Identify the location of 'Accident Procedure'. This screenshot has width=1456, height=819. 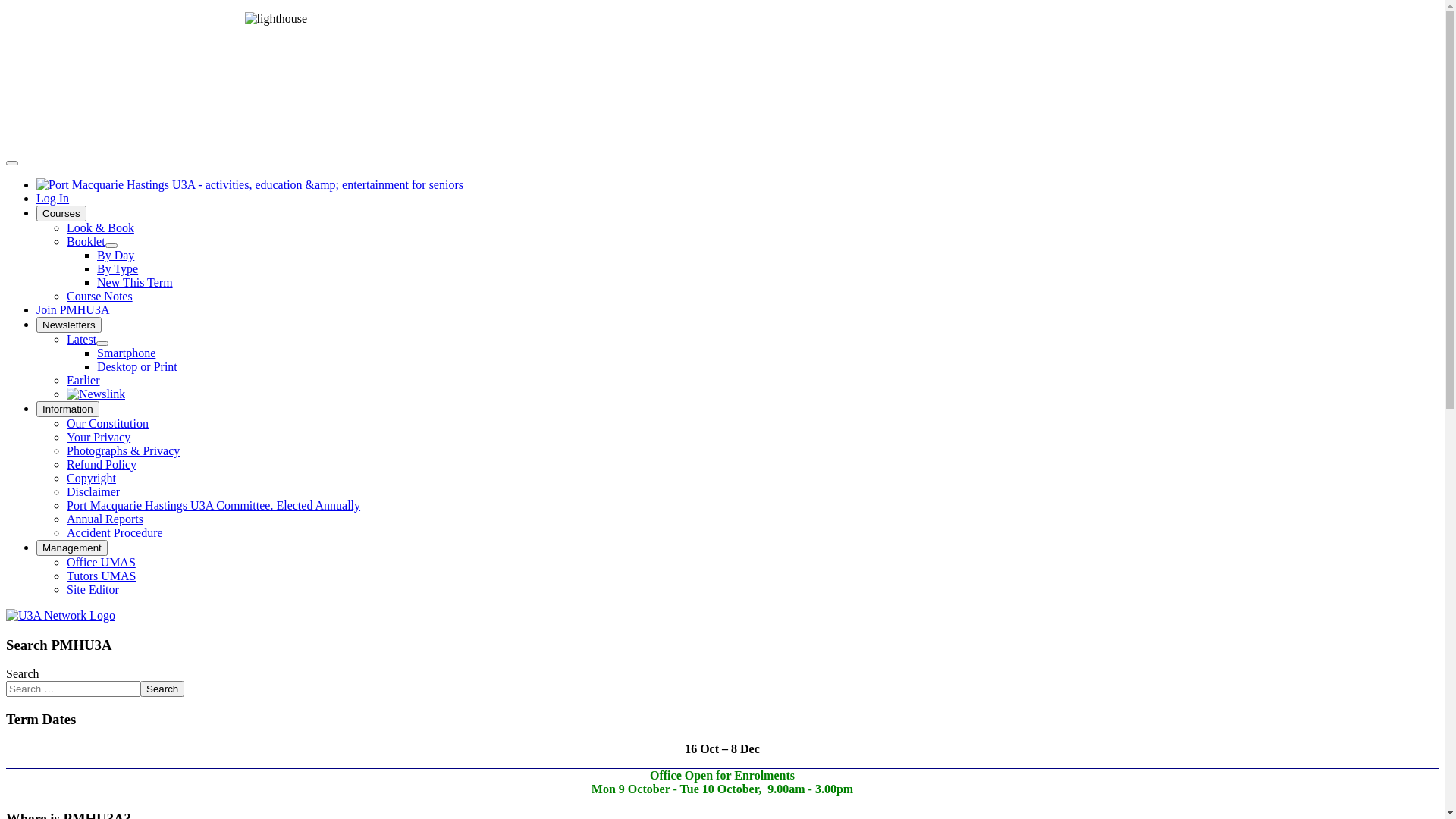
(114, 532).